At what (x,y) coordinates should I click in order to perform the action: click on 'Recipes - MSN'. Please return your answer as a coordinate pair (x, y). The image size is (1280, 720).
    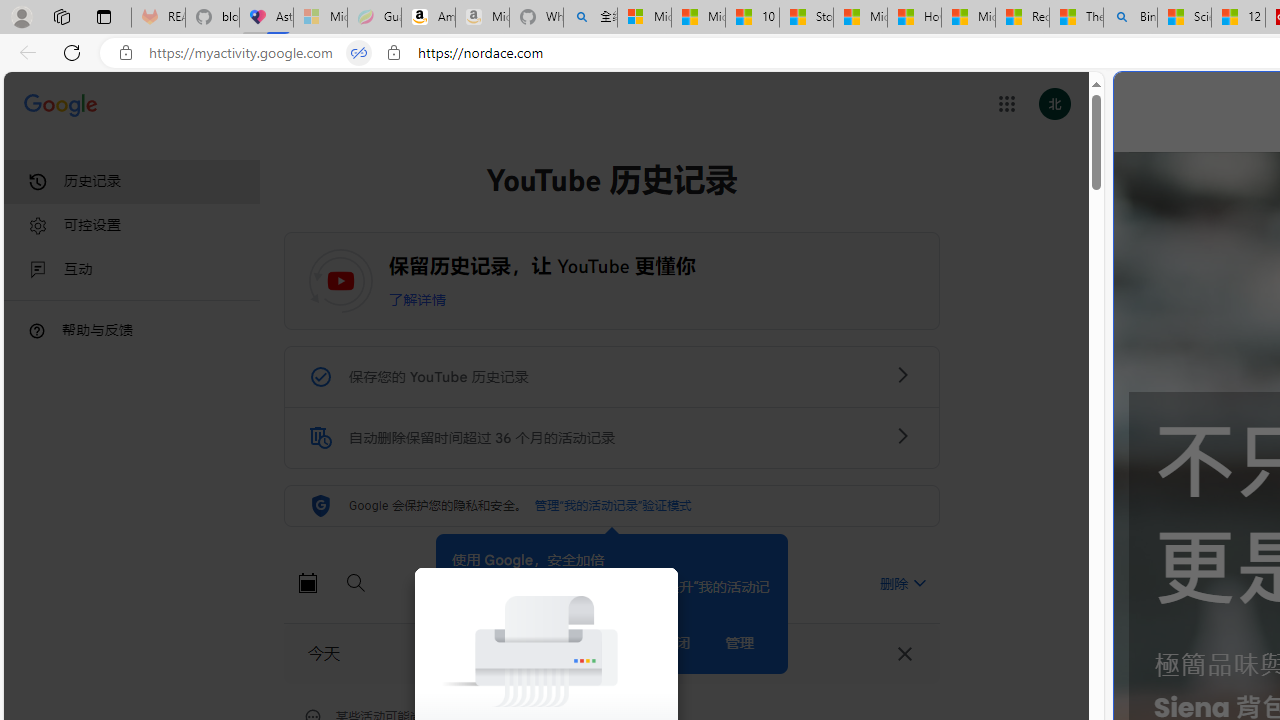
    Looking at the image, I should click on (1022, 17).